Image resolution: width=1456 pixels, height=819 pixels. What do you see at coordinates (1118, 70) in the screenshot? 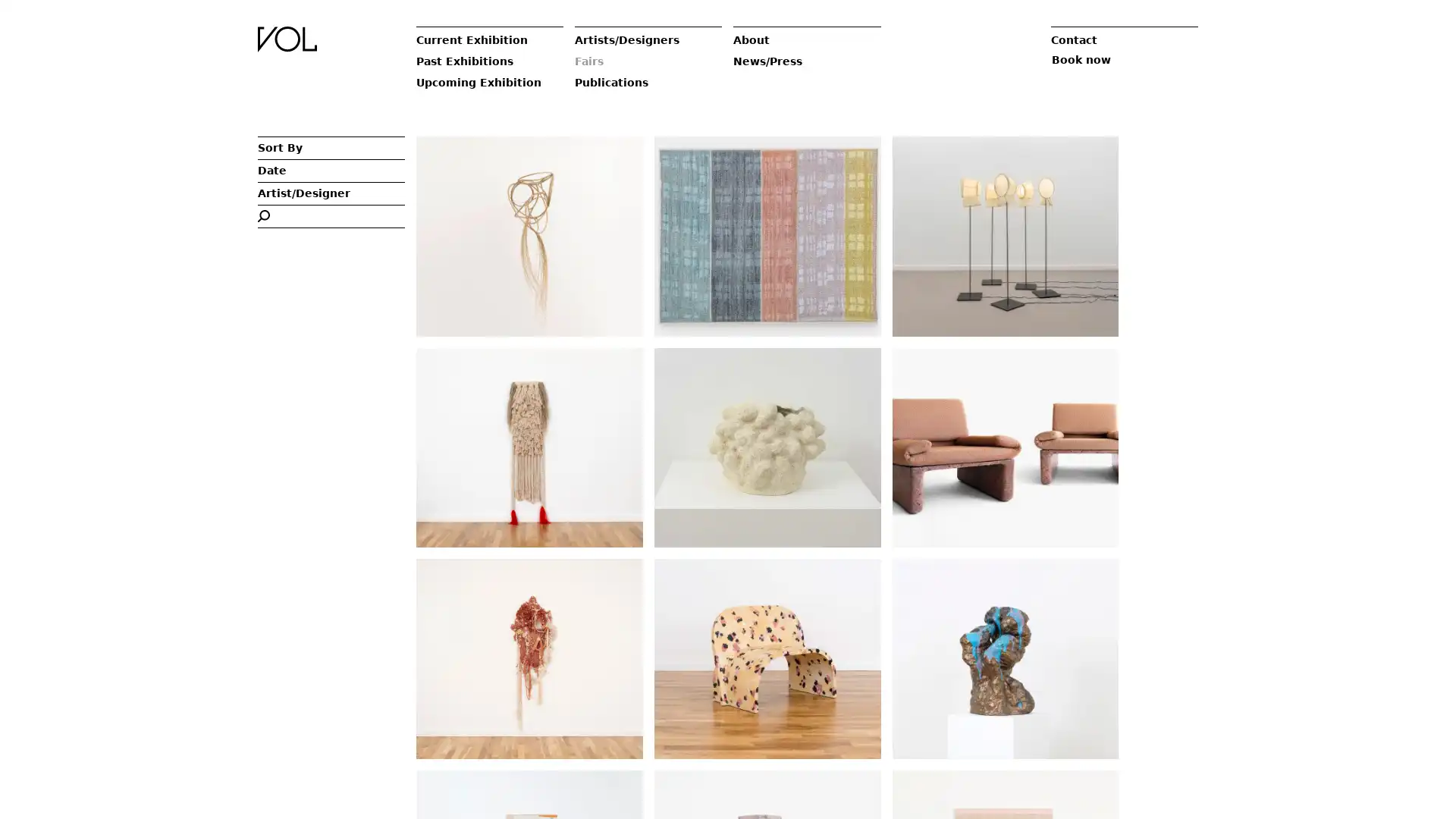
I see `Book now` at bounding box center [1118, 70].